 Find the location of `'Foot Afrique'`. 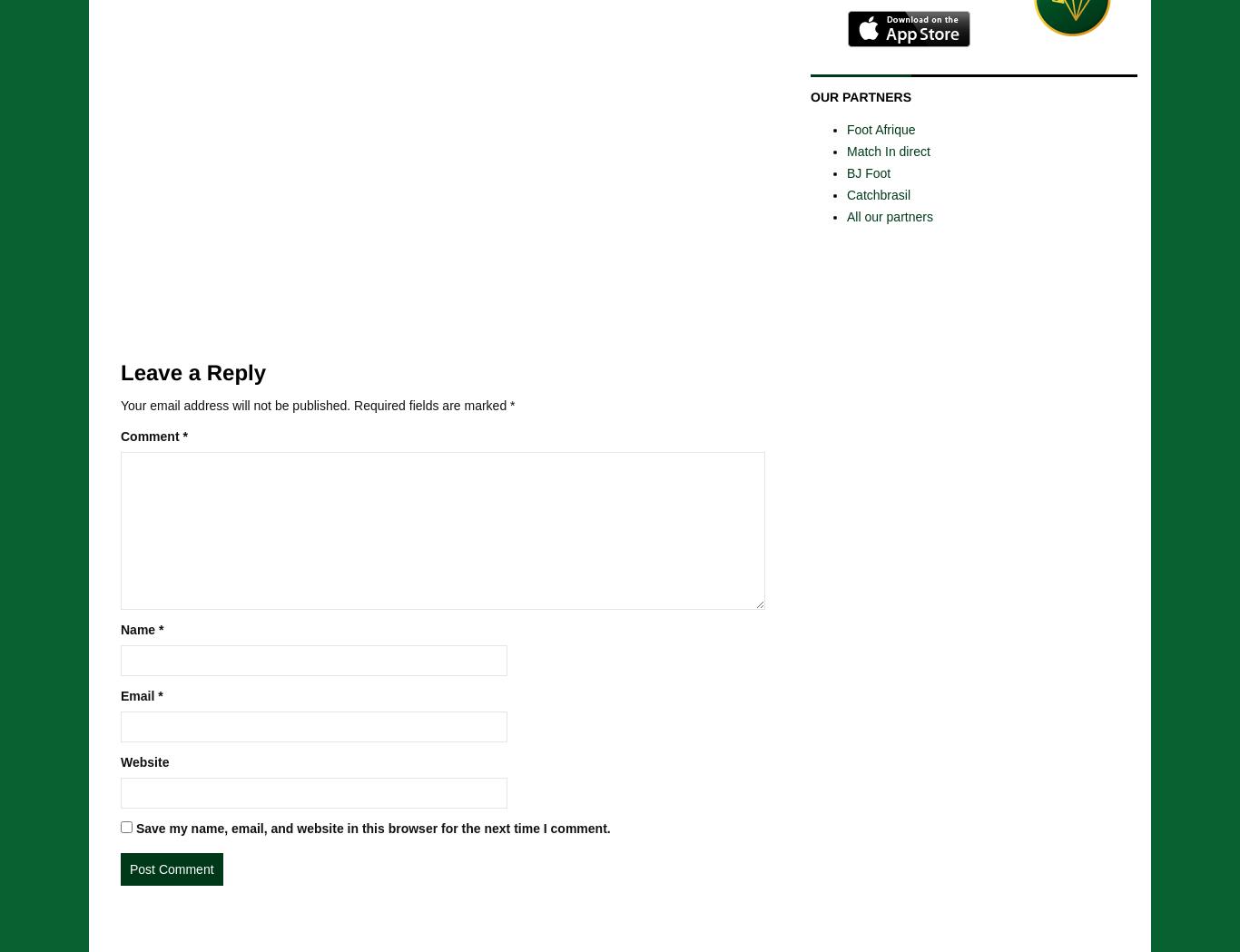

'Foot Afrique' is located at coordinates (846, 129).